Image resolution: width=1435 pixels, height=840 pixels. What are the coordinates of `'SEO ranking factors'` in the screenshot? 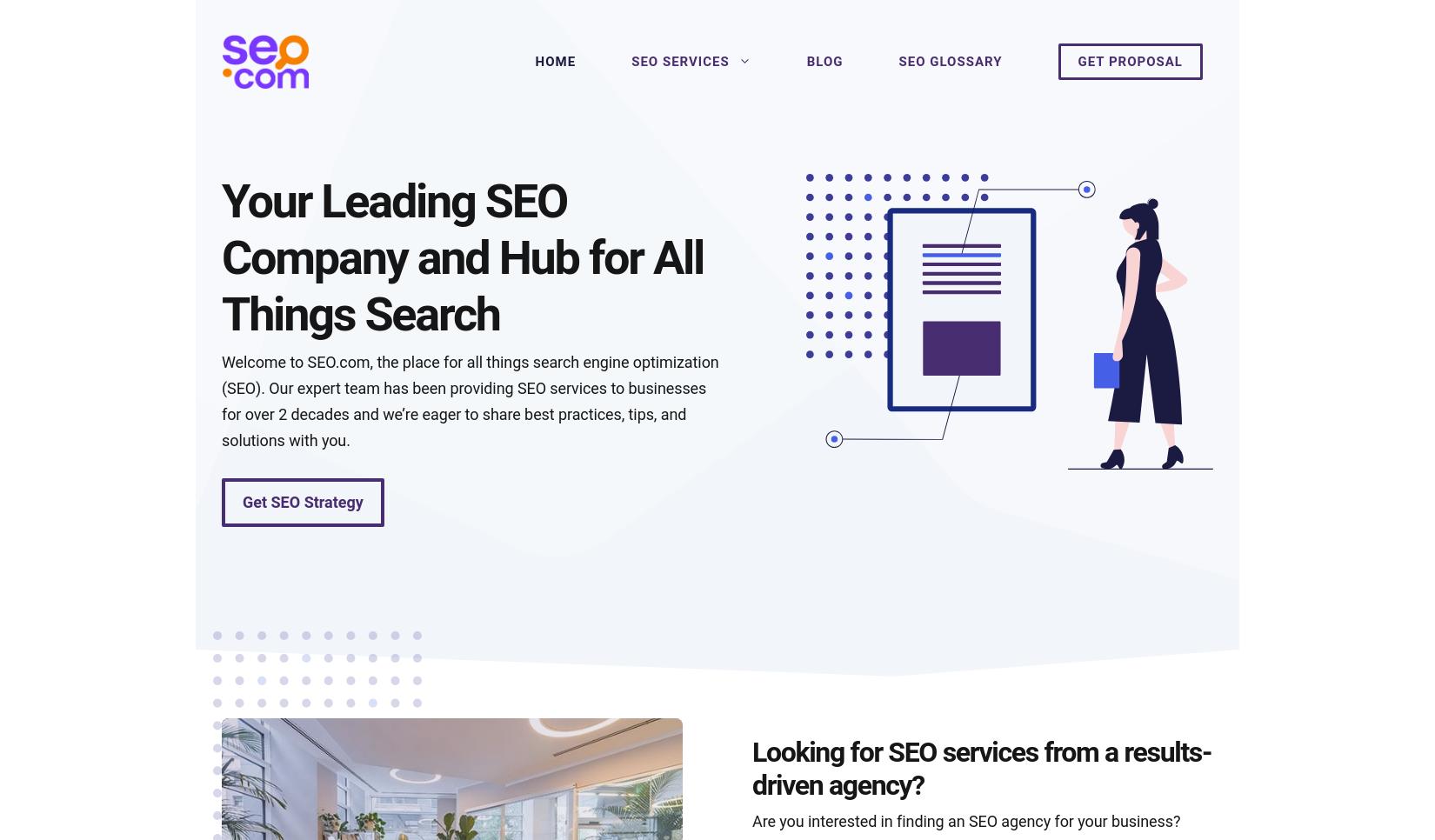 It's located at (832, 487).